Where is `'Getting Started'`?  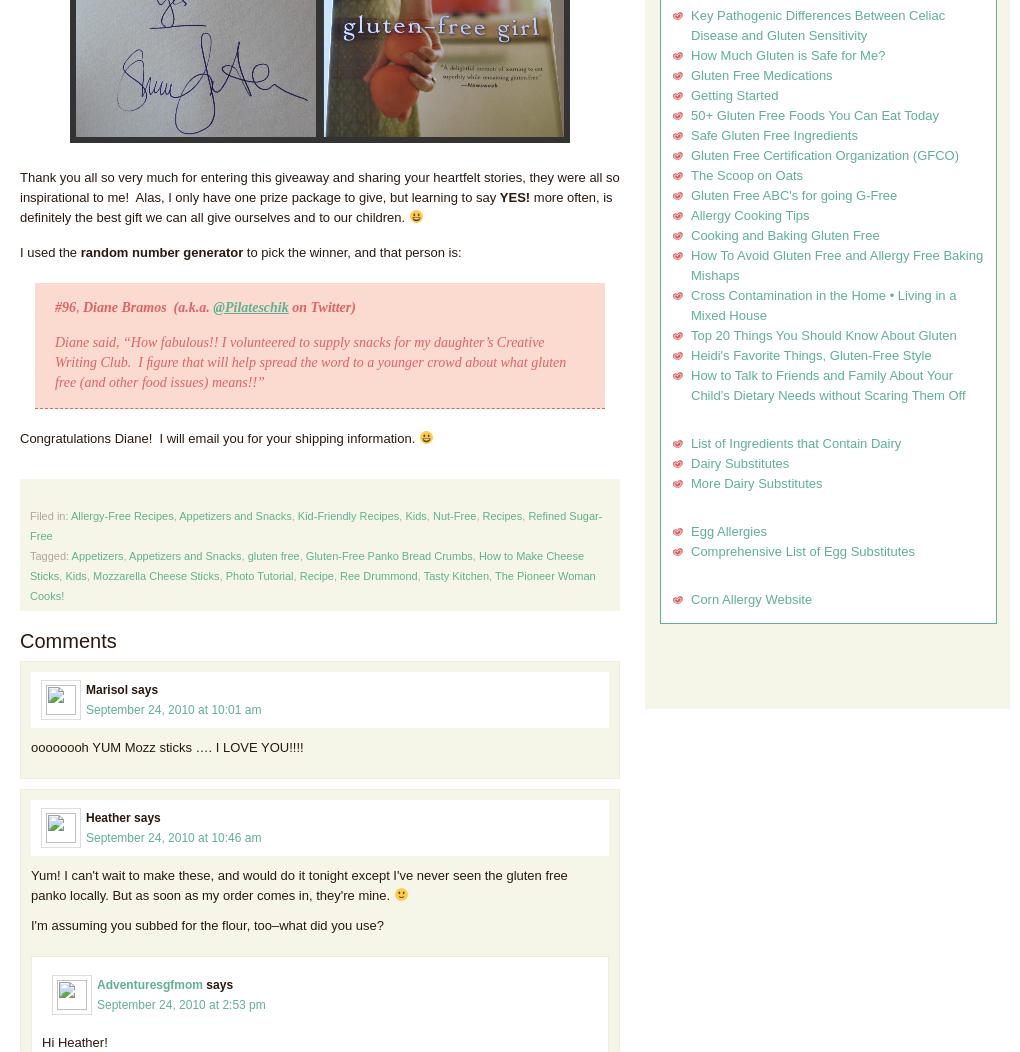 'Getting Started' is located at coordinates (734, 95).